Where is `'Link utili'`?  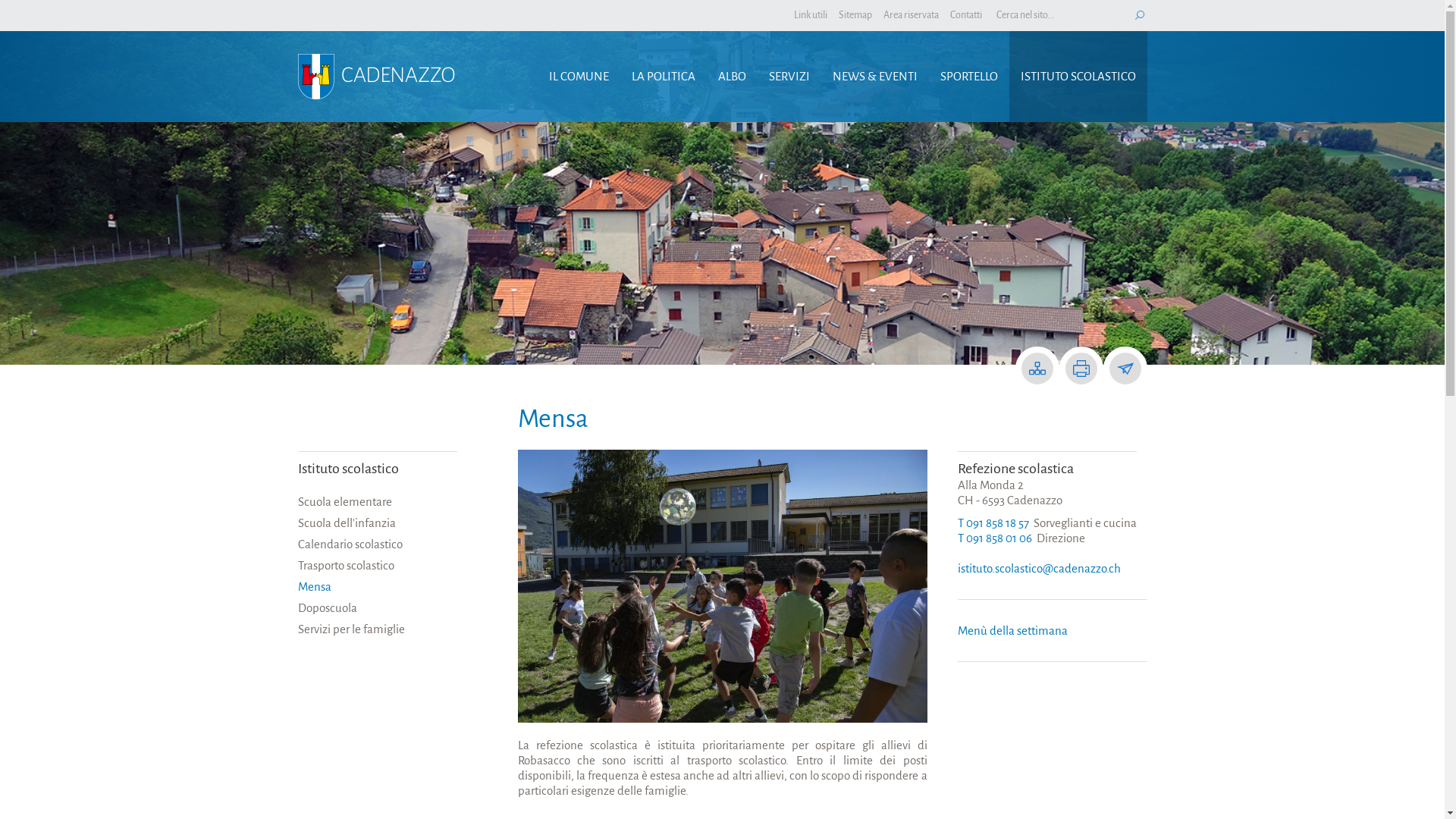
'Link utili' is located at coordinates (809, 15).